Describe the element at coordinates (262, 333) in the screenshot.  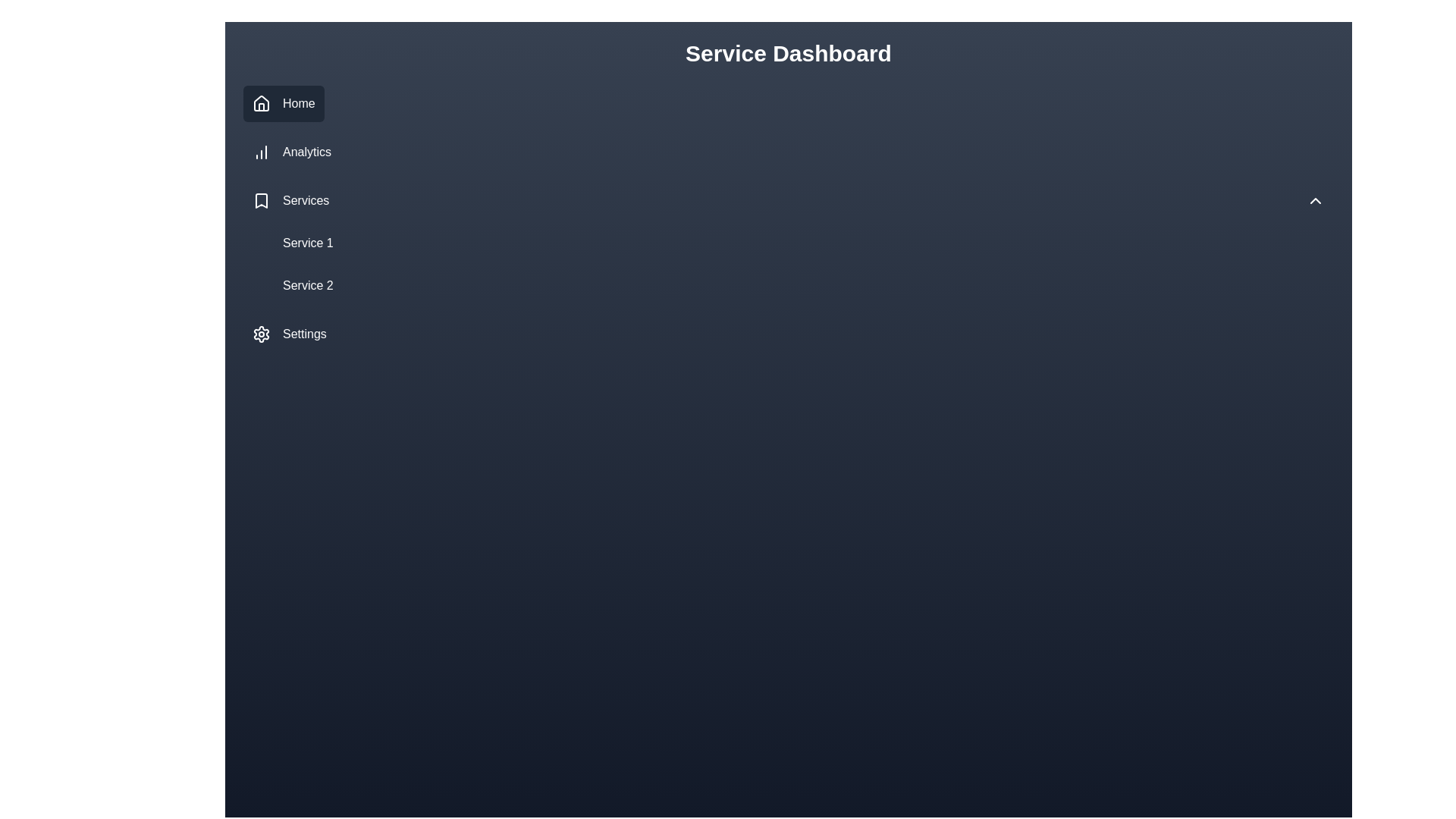
I see `the settings icon located in the side navigation menu adjacent to the text 'Settings'` at that location.